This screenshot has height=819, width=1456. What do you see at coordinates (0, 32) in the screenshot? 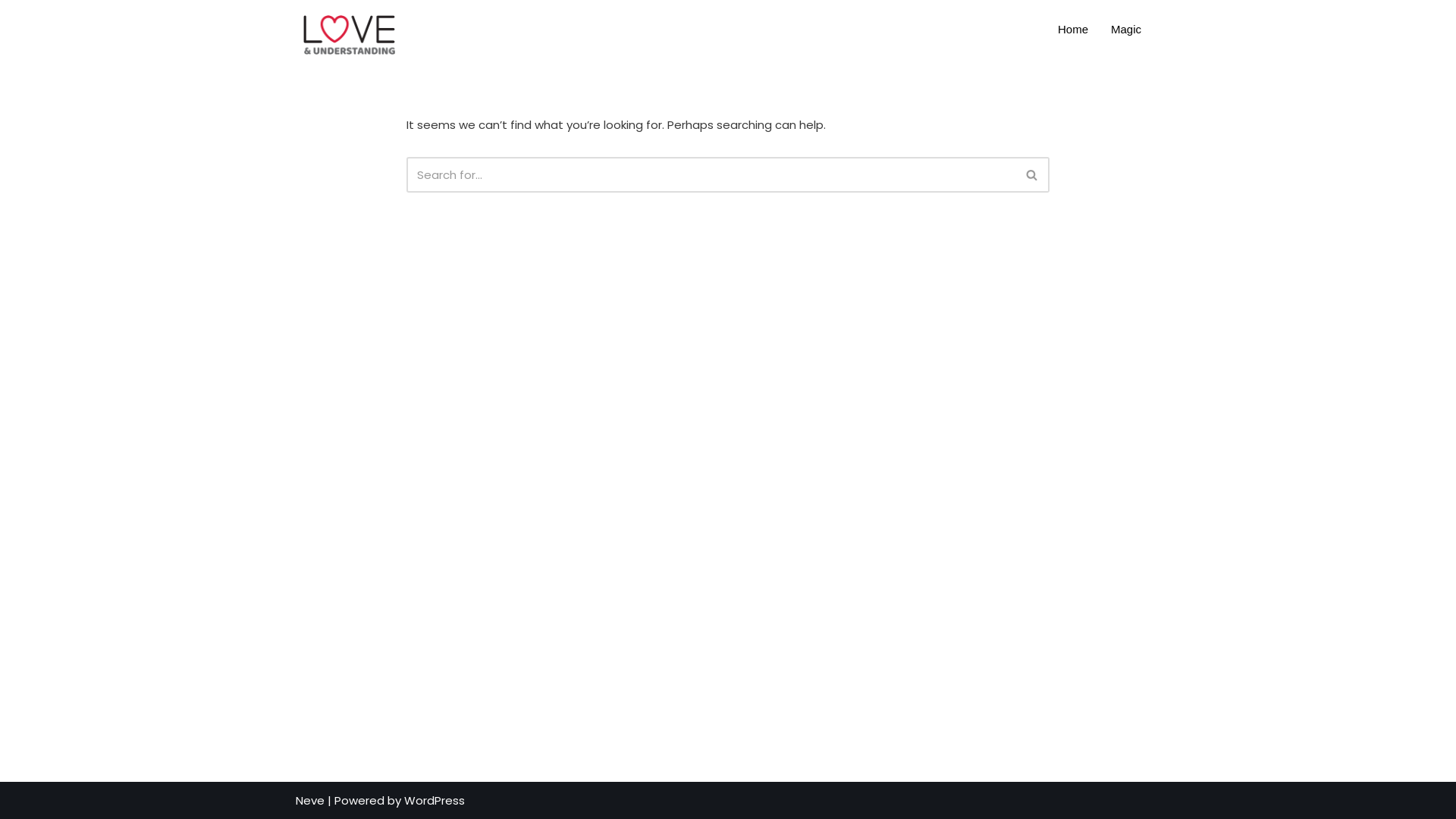
I see `'Skip to content'` at bounding box center [0, 32].